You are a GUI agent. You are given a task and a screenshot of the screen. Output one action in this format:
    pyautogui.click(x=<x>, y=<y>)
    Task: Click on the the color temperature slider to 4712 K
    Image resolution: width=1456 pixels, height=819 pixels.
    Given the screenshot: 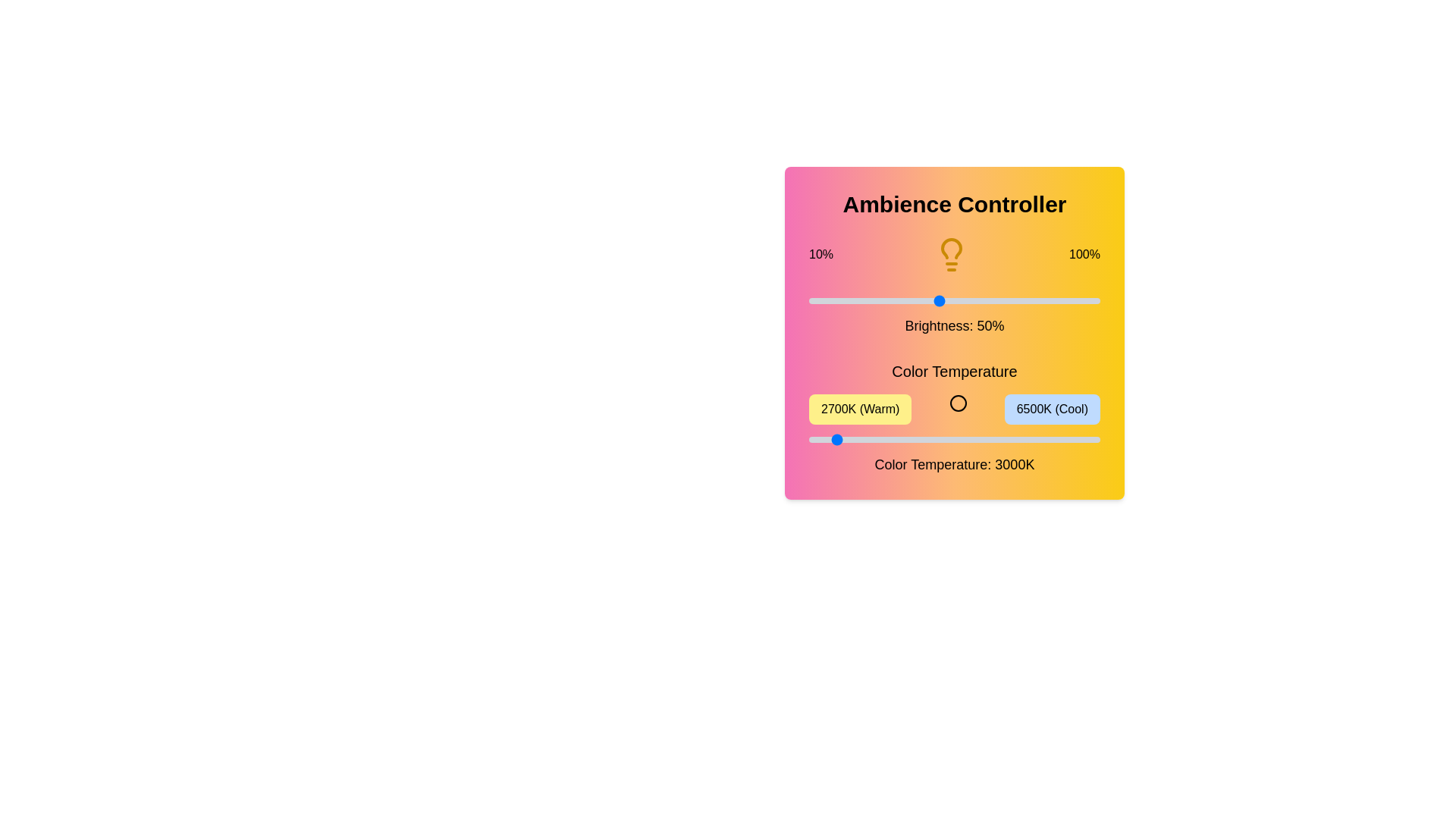 What is the action you would take?
    pyautogui.click(x=962, y=439)
    